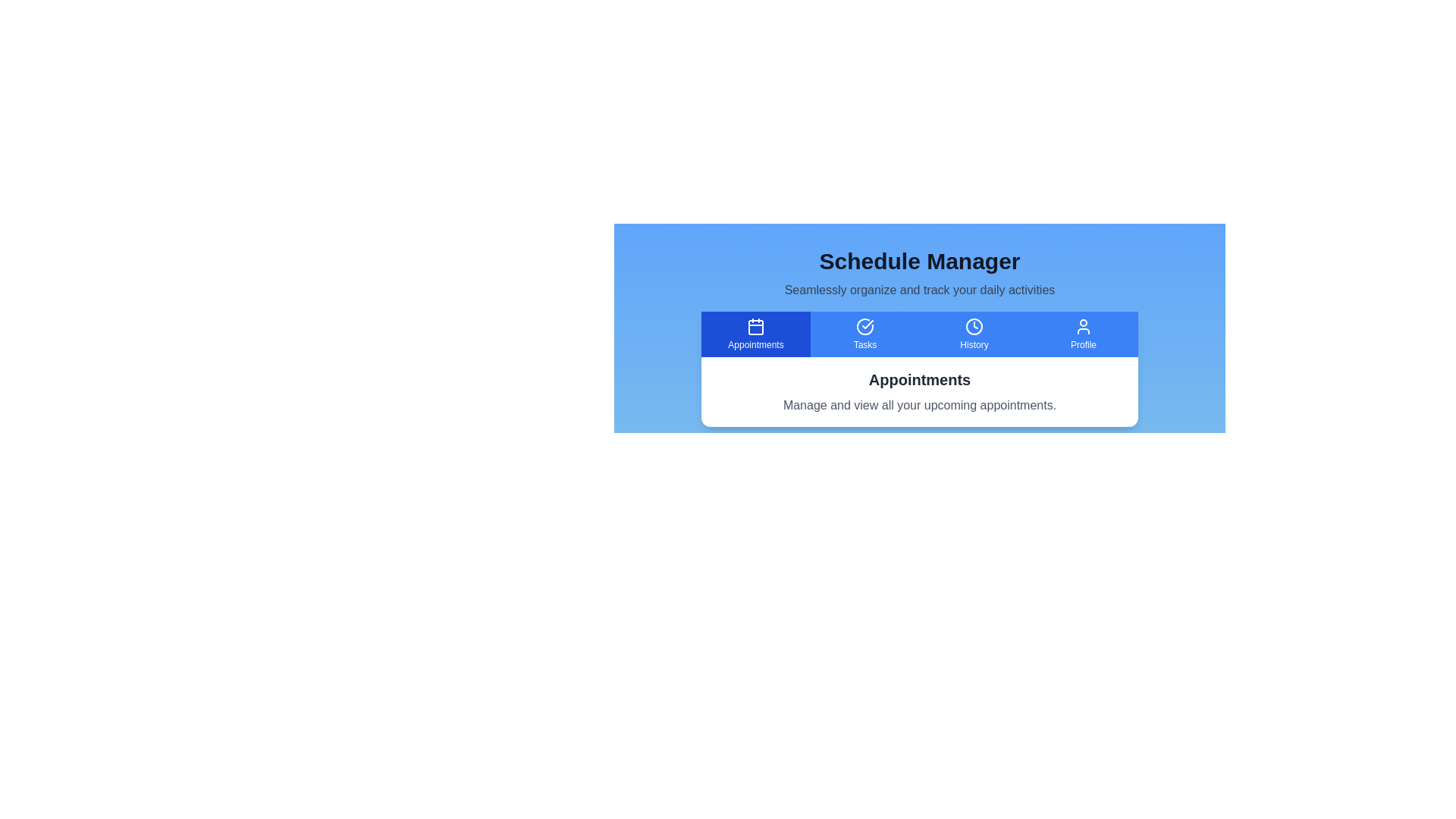 Image resolution: width=1456 pixels, height=819 pixels. I want to click on the Profile navigation button, which is the fourth button in the 'Schedule Manager' section, to trigger a visual effect indicating interactivity, so click(1083, 333).